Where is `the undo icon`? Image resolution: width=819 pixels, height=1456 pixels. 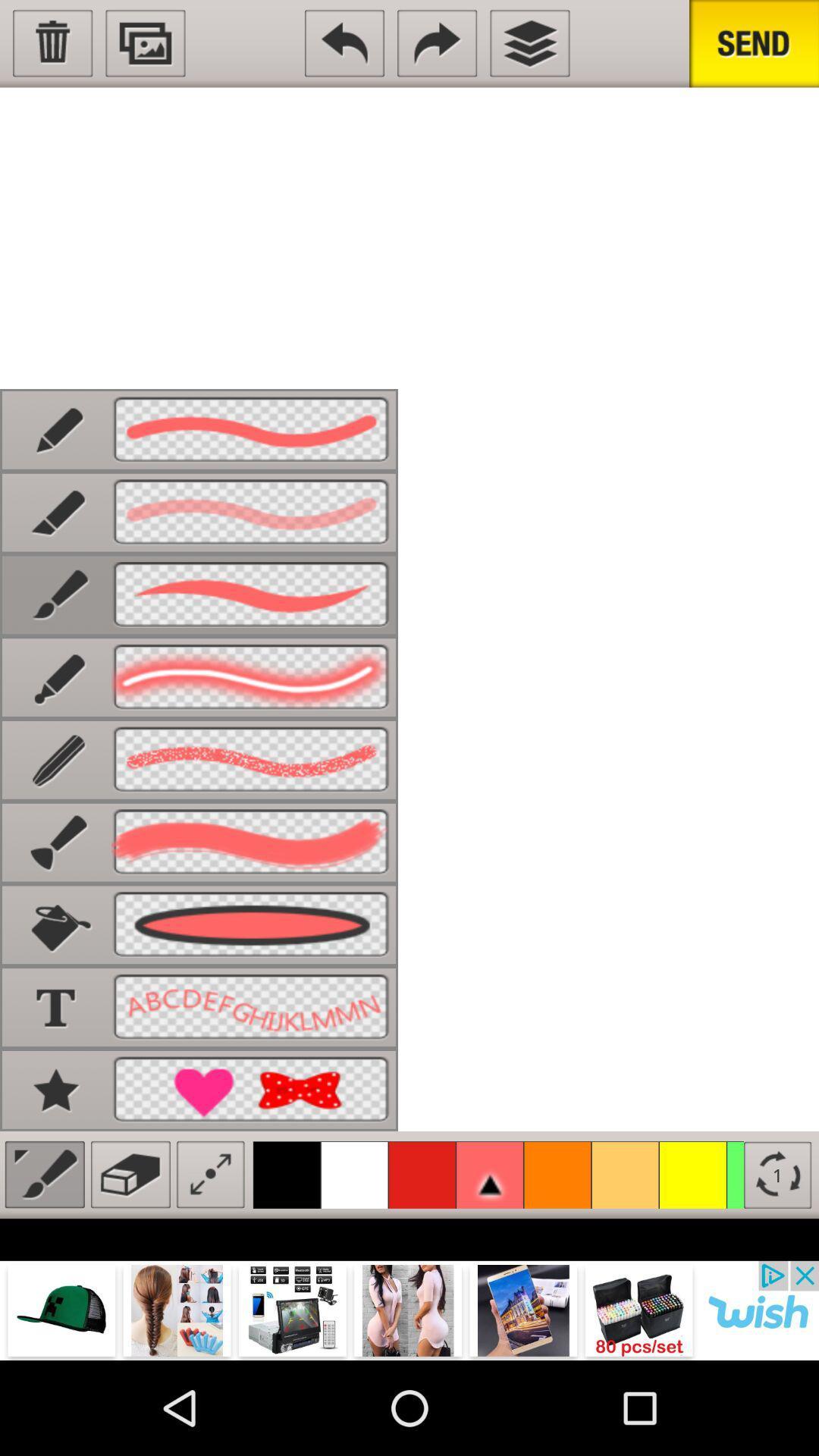
the undo icon is located at coordinates (344, 43).